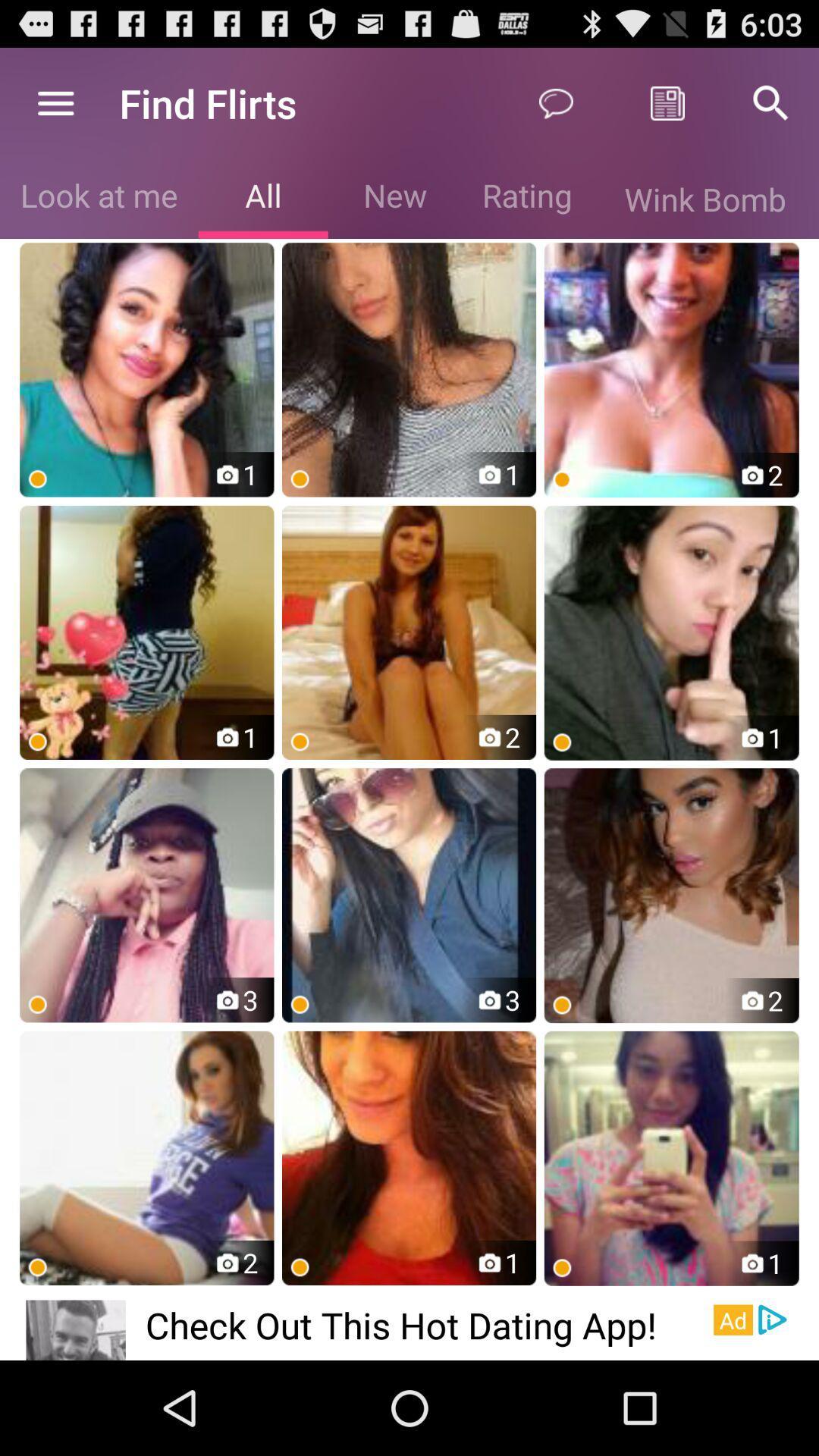  I want to click on the orange dot which is at  extreme bottom right, so click(562, 1268).